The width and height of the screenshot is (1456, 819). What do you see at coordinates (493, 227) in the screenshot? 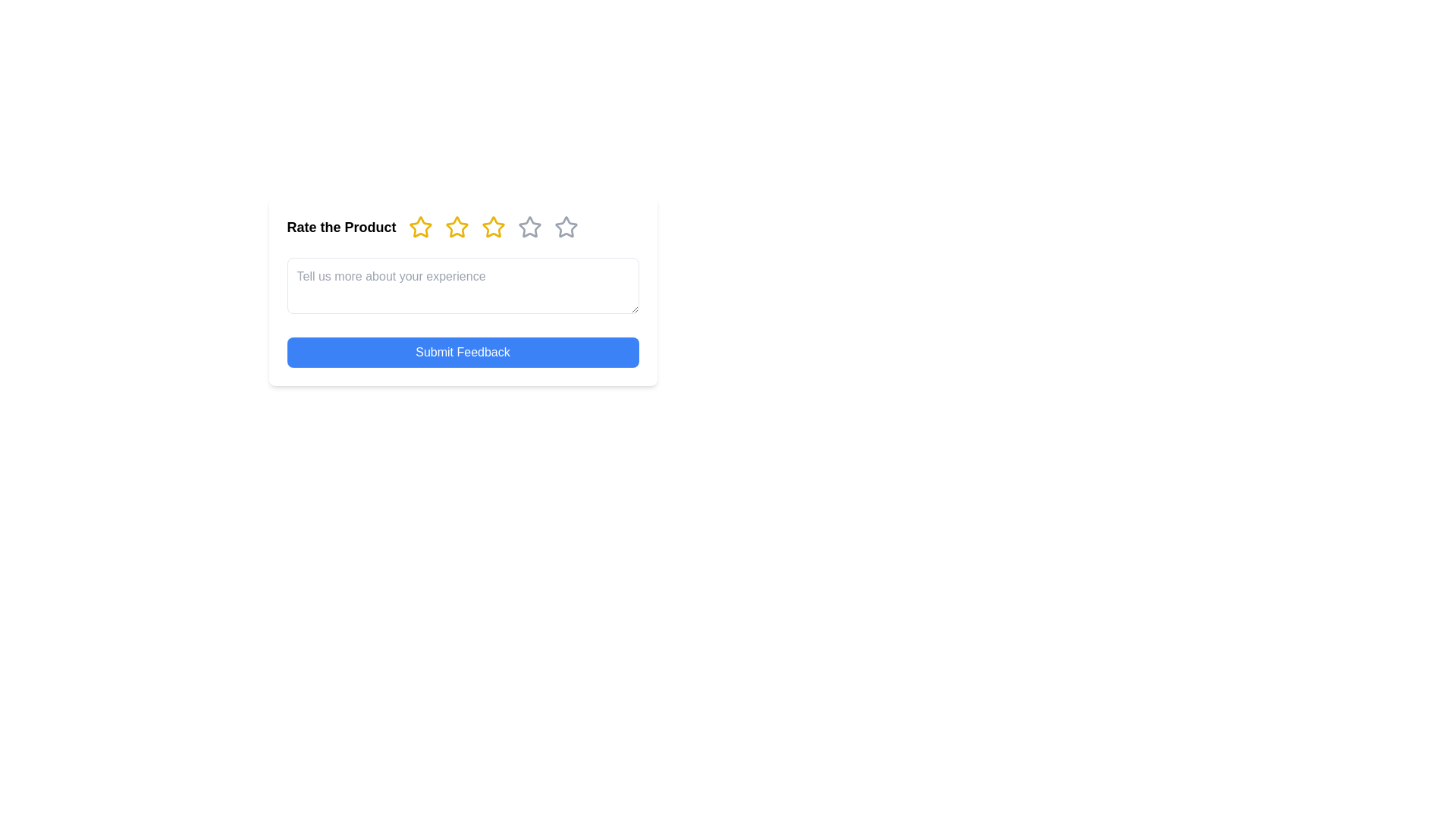
I see `the third star icon in the rating system located below 'Rate the Product' and above the text input field for feedback` at bounding box center [493, 227].